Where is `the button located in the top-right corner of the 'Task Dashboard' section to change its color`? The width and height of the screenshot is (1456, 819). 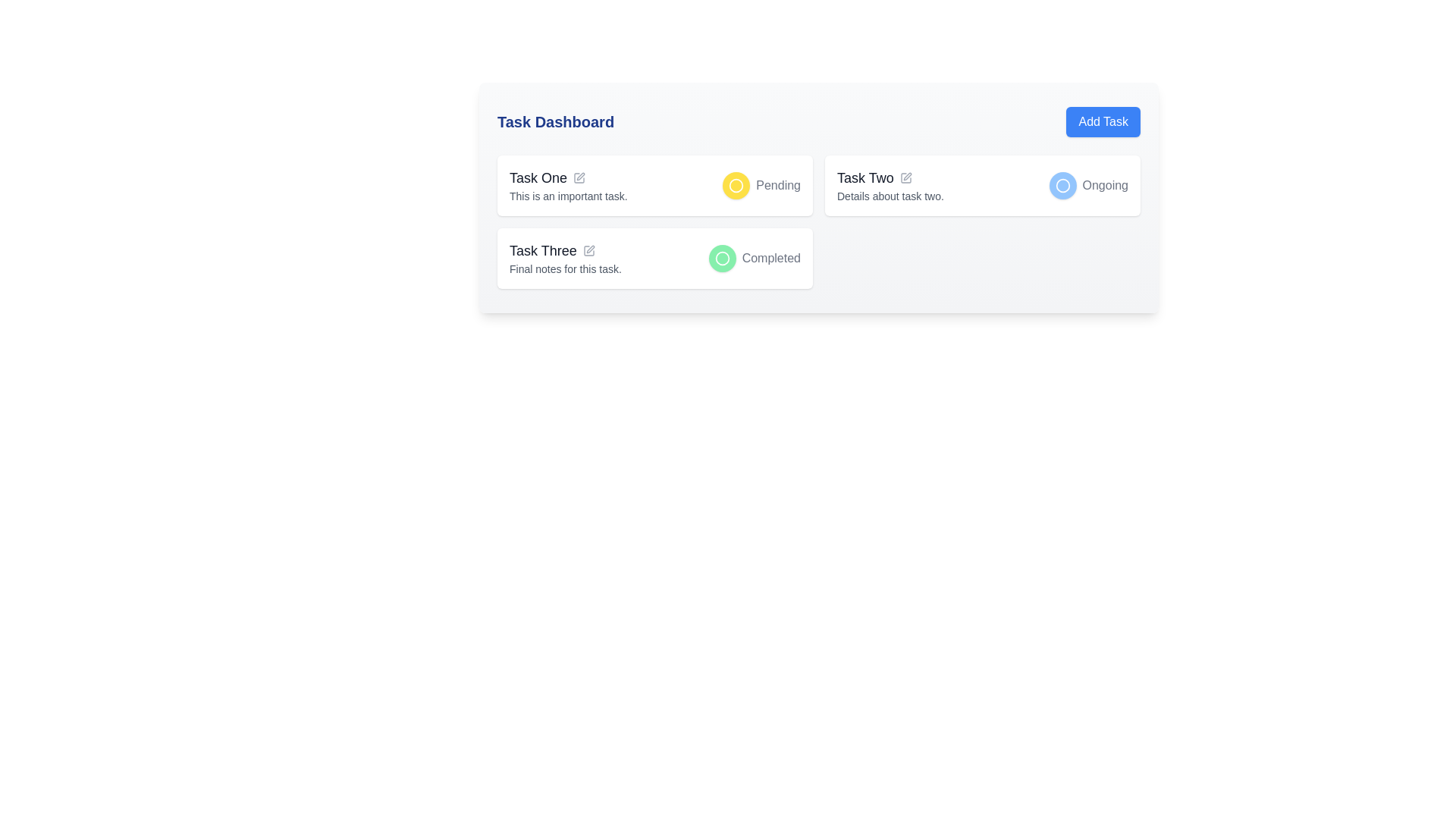 the button located in the top-right corner of the 'Task Dashboard' section to change its color is located at coordinates (1103, 121).